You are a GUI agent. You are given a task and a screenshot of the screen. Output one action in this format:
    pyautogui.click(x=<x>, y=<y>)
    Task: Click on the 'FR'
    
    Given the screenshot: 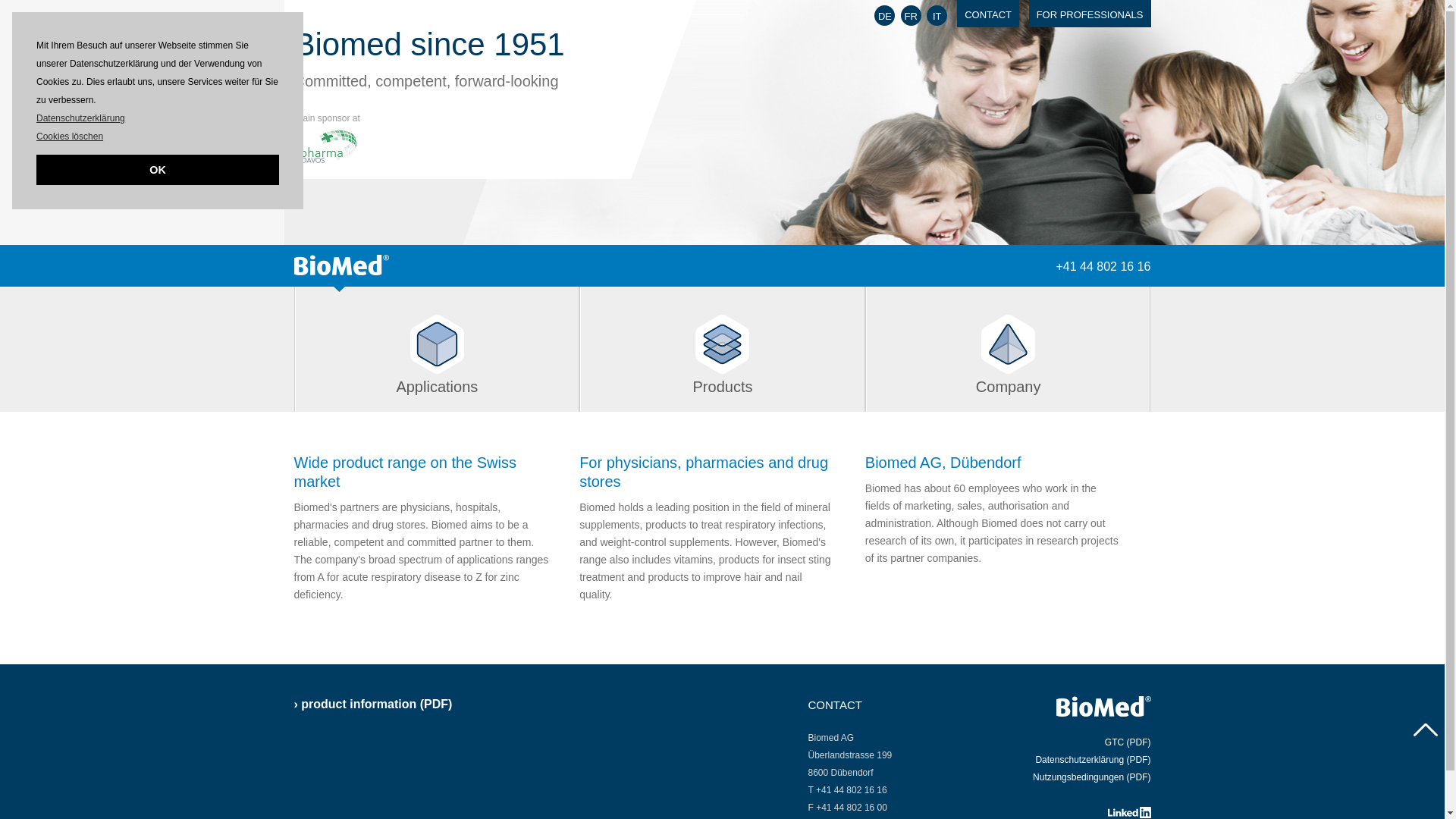 What is the action you would take?
    pyautogui.click(x=910, y=15)
    